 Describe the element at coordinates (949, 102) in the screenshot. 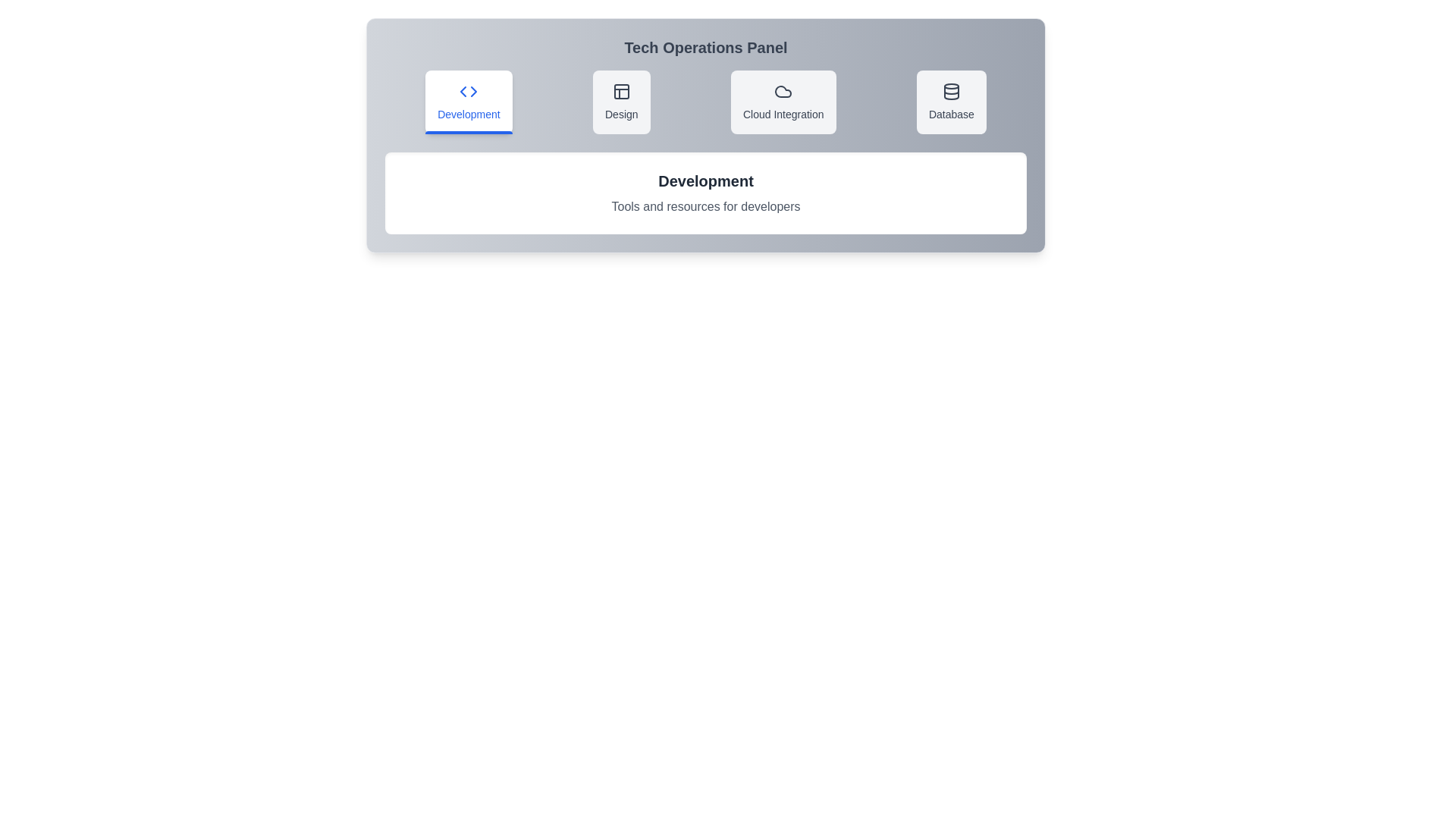

I see `the tab labeled Database to view its content` at that location.